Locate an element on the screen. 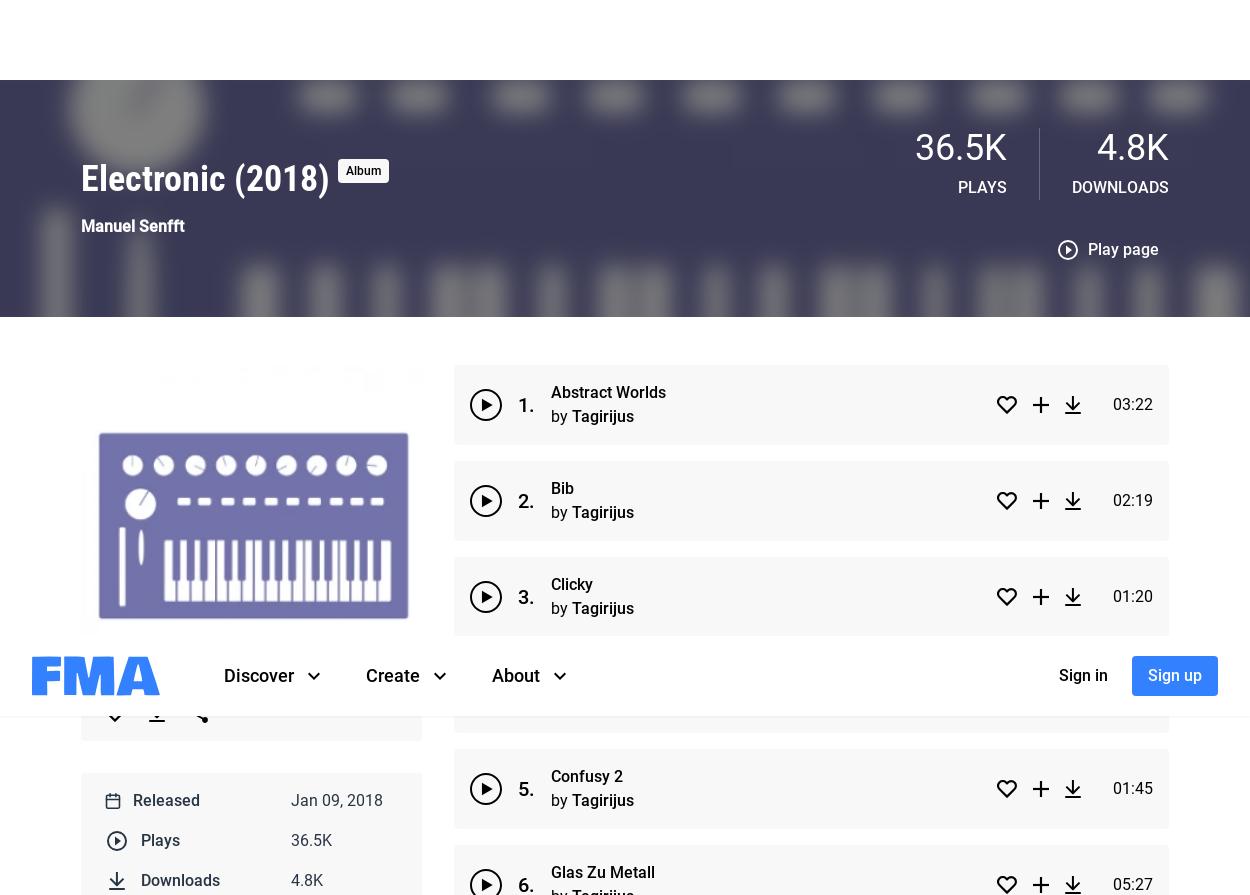 The height and width of the screenshot is (895, 1250). 'TakeNode' is located at coordinates (443, 241).